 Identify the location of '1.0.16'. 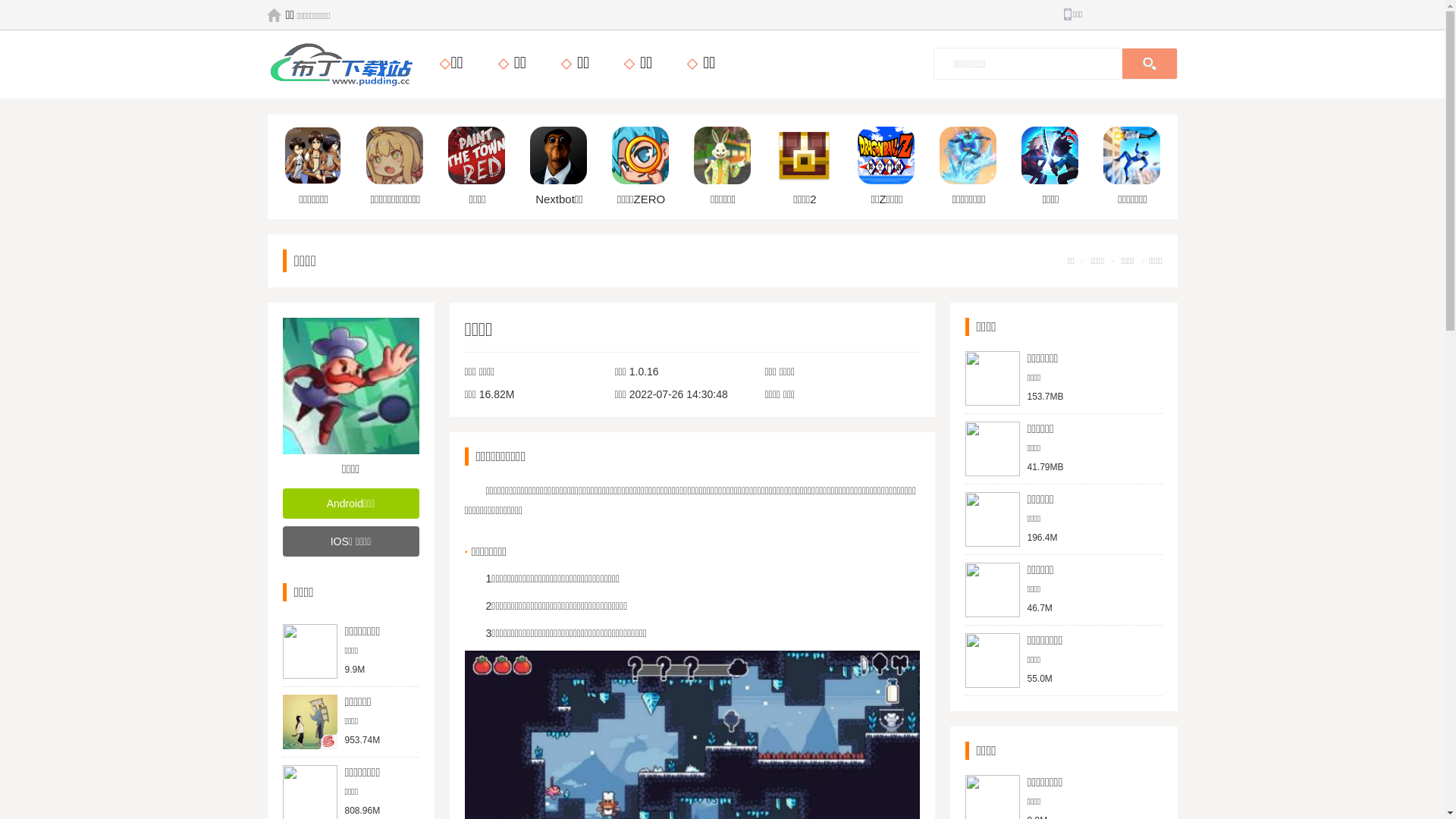
(629, 371).